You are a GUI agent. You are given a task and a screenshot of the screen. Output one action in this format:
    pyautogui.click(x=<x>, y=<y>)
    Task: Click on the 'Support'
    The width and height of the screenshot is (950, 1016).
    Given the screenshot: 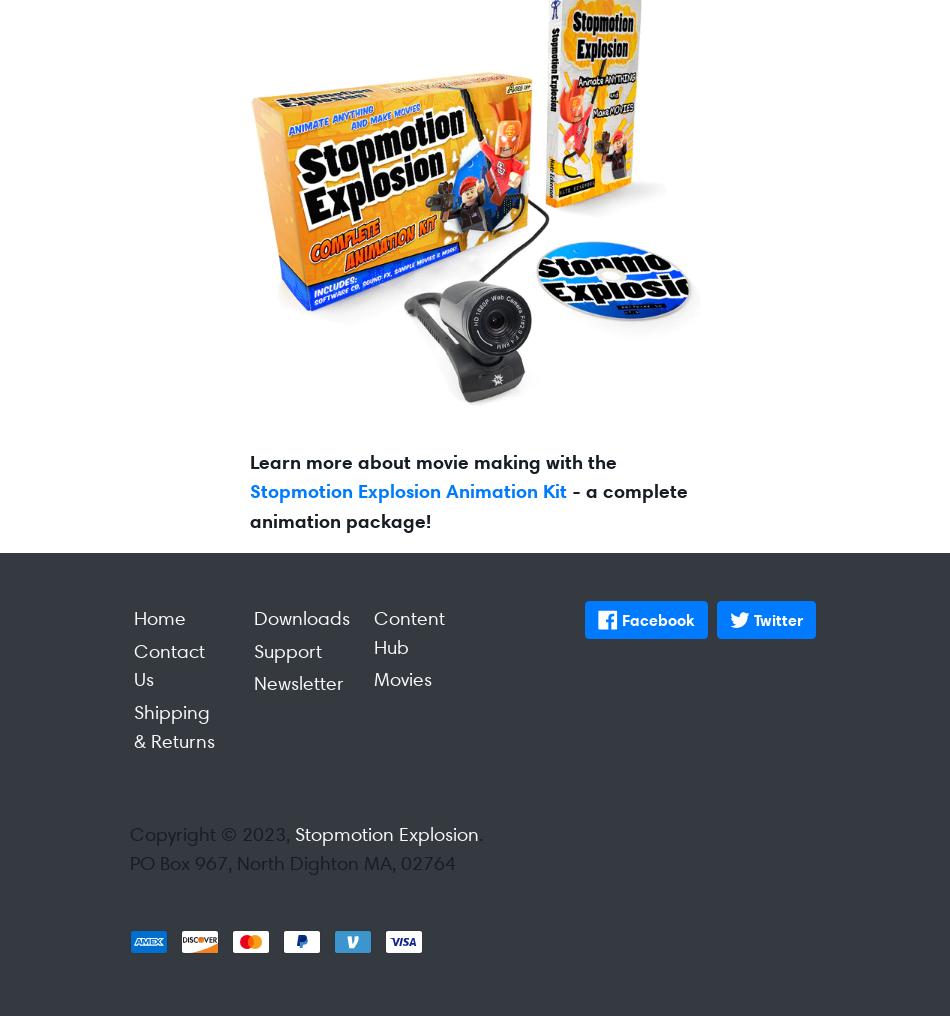 What is the action you would take?
    pyautogui.click(x=287, y=649)
    